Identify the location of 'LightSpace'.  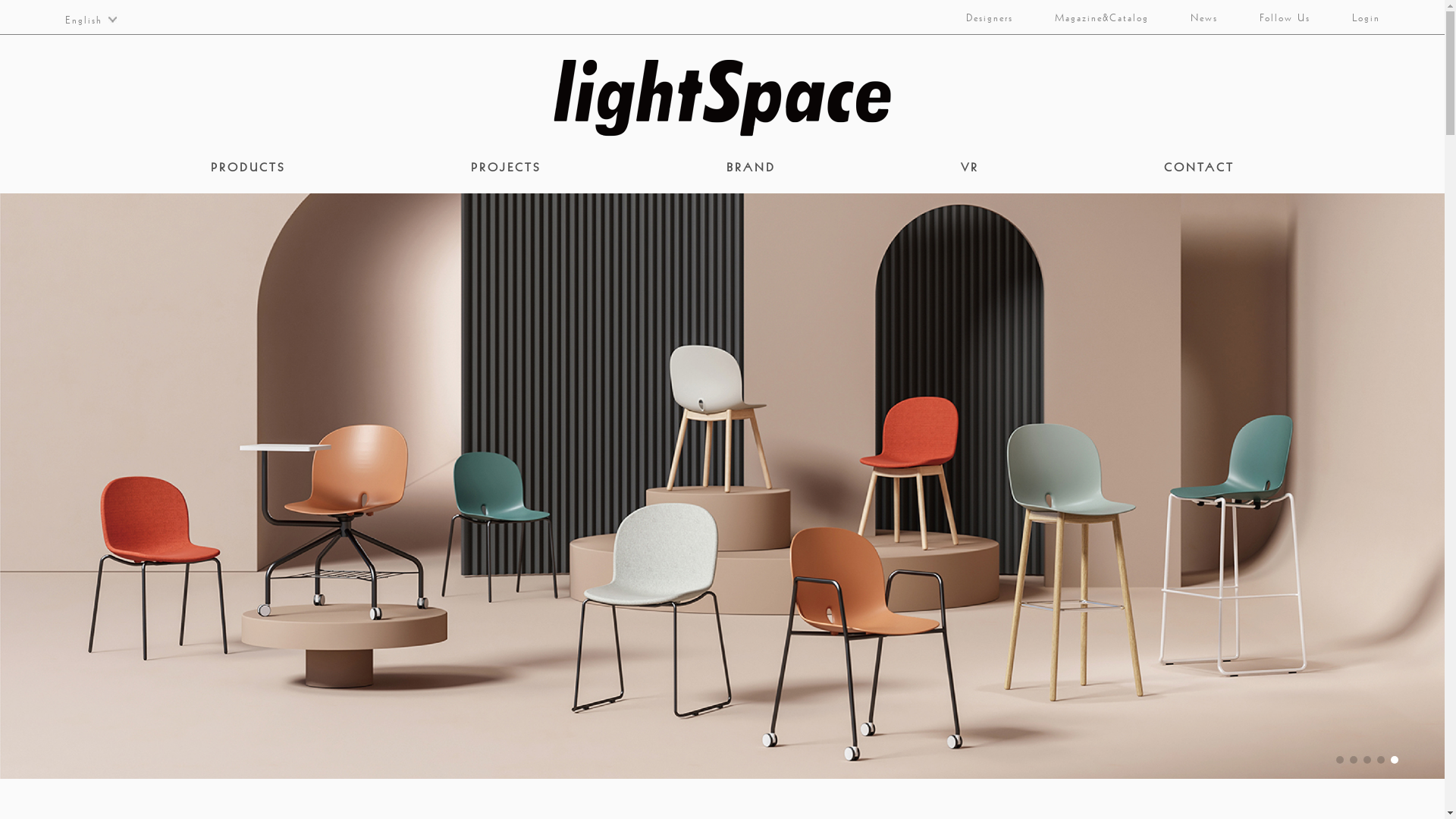
(722, 97).